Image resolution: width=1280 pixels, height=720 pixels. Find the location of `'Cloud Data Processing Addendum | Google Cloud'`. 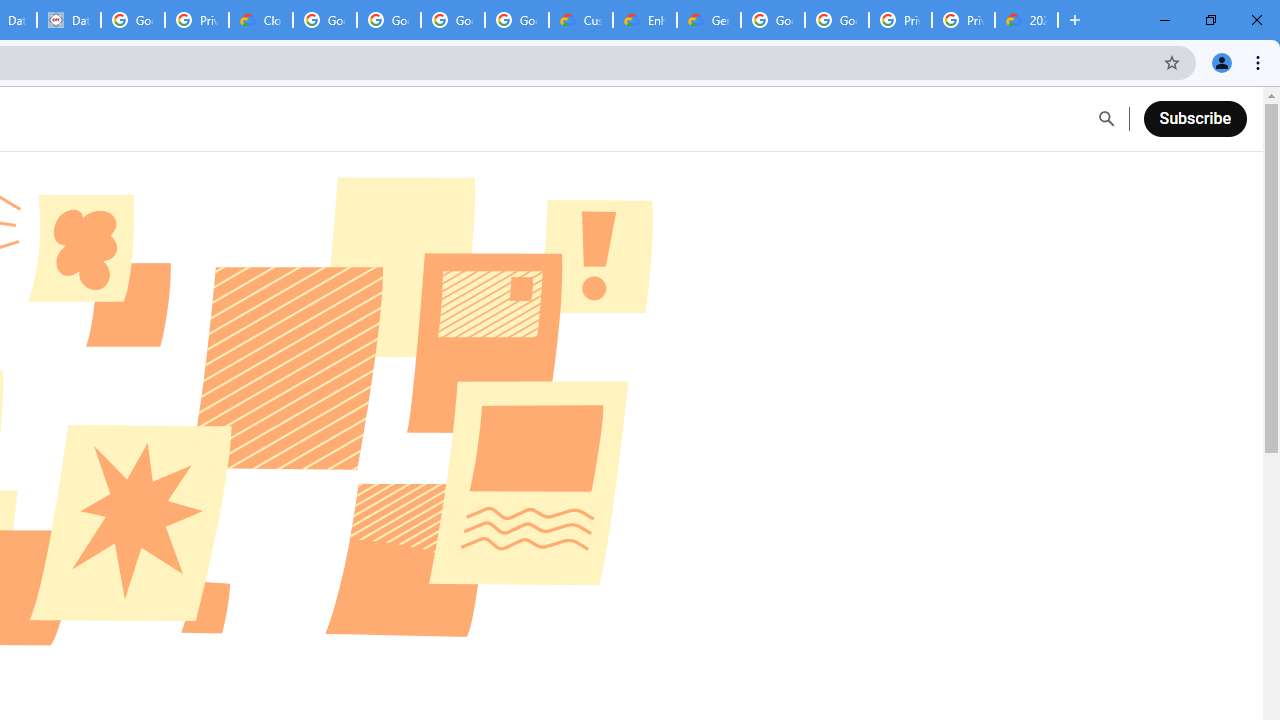

'Cloud Data Processing Addendum | Google Cloud' is located at coordinates (260, 20).